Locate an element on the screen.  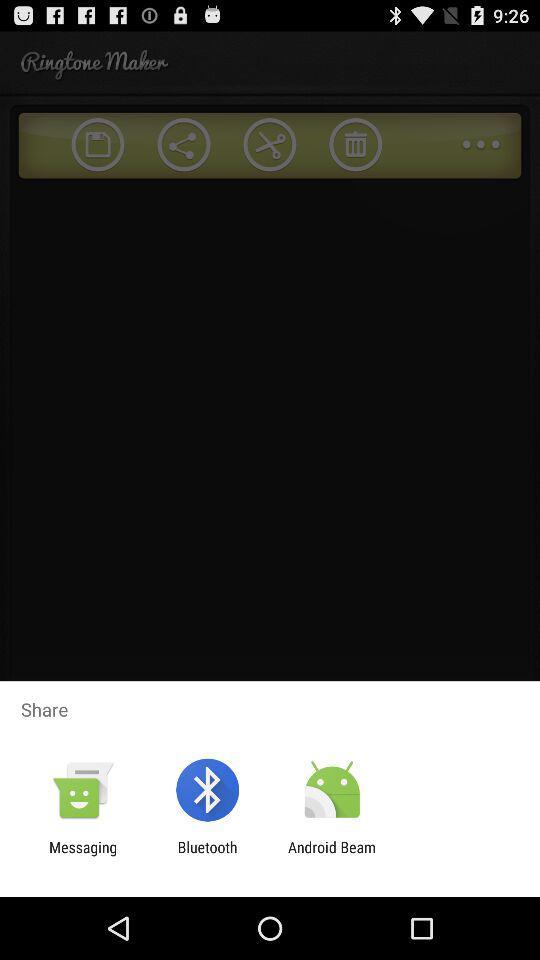
the app to the left of android beam item is located at coordinates (206, 855).